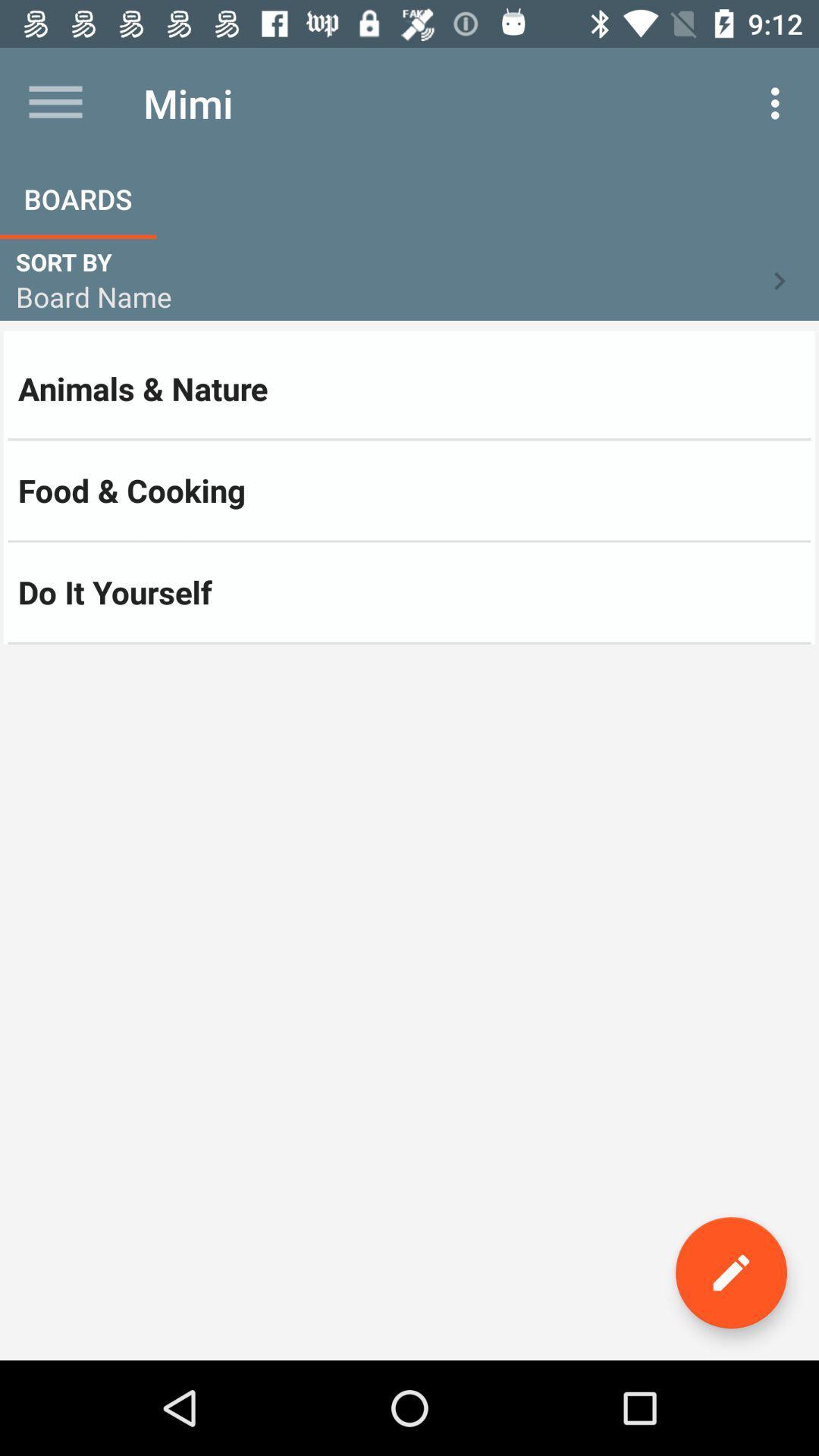 This screenshot has height=1456, width=819. What do you see at coordinates (55, 102) in the screenshot?
I see `the item next to the mimi` at bounding box center [55, 102].